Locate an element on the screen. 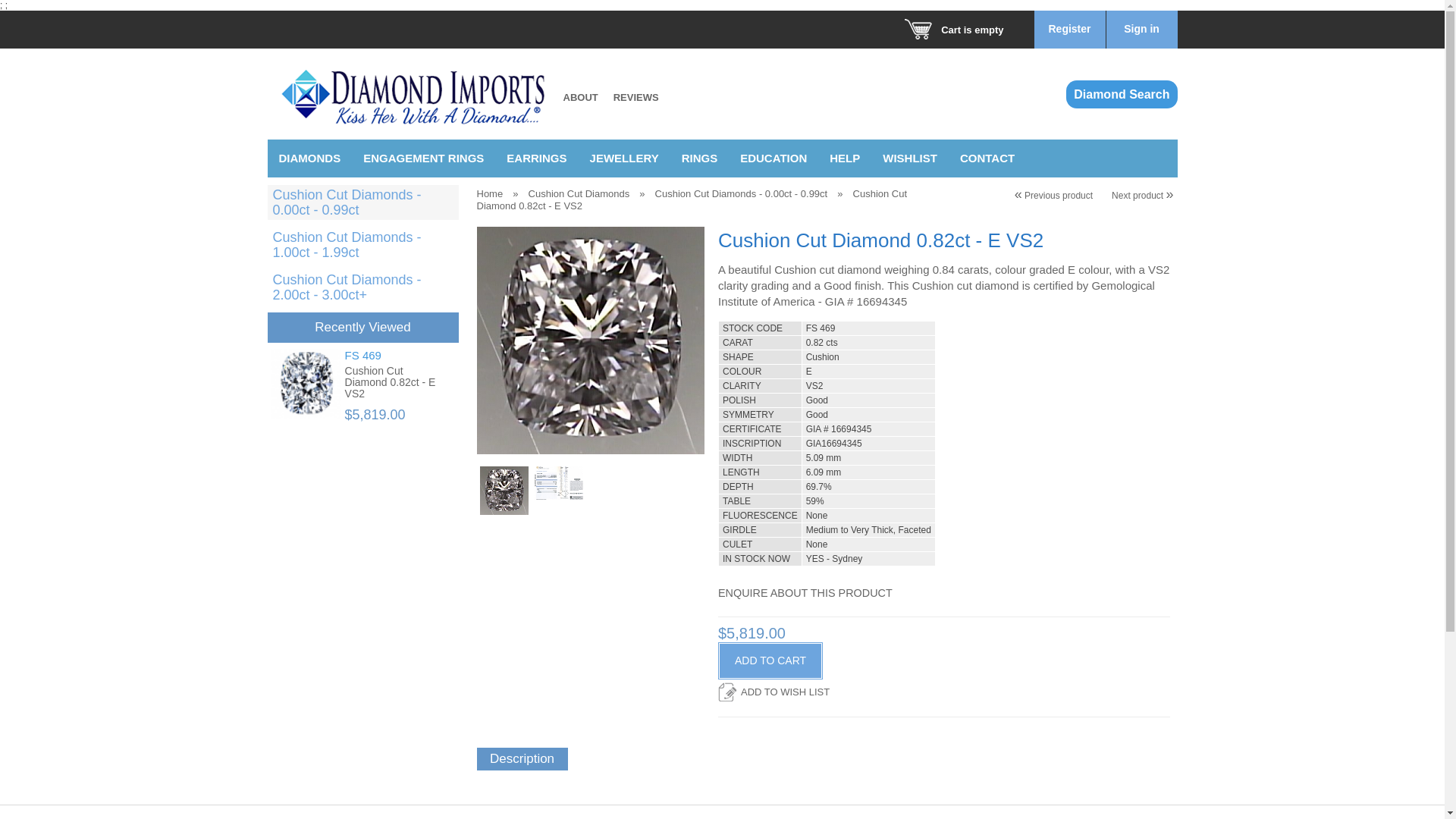  'Cushion Cut Diamond 0.82ct E VS2' is located at coordinates (503, 493).